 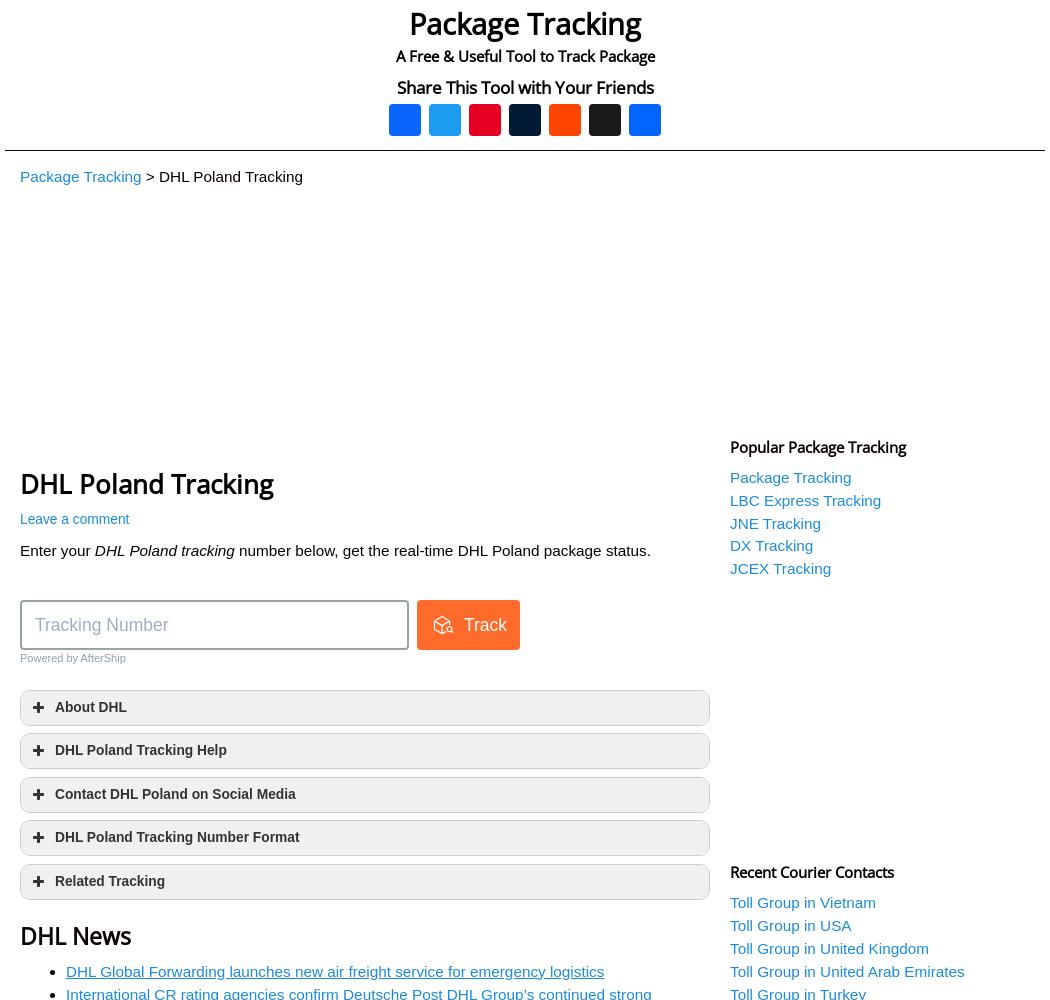 I want to click on 'Contact DHL Poland on Social Media', so click(x=175, y=793).